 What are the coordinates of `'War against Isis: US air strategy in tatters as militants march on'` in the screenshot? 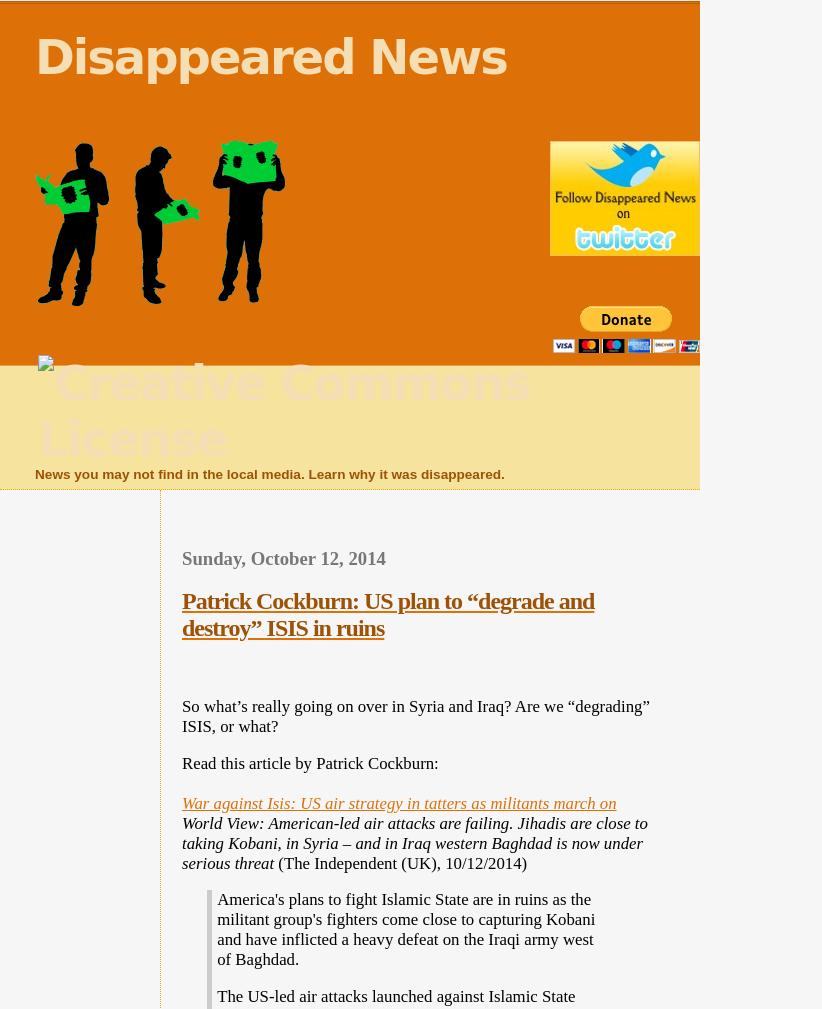 It's located at (398, 802).